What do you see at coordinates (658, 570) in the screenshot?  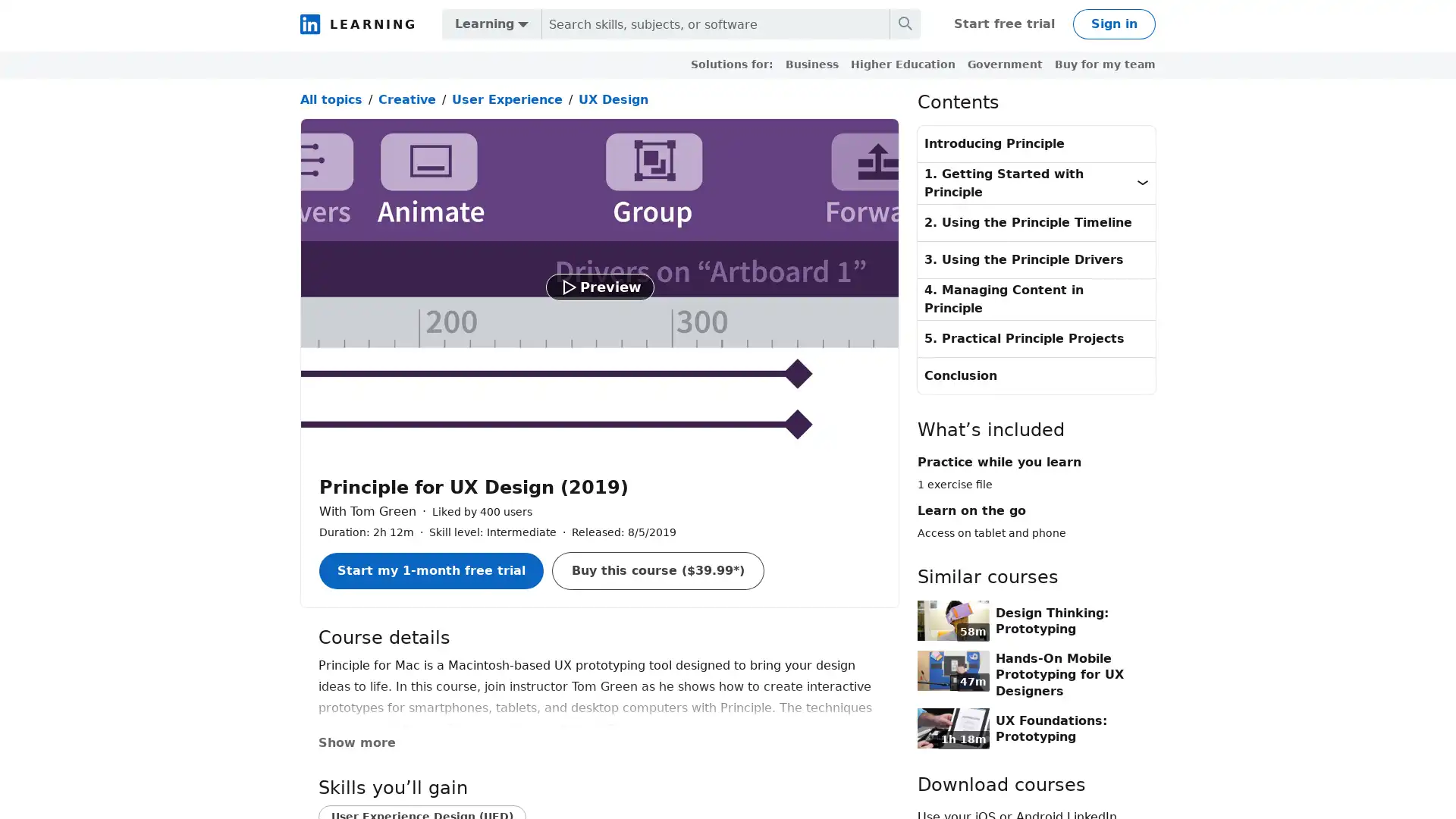 I see `Buy this course ($39.99*)` at bounding box center [658, 570].